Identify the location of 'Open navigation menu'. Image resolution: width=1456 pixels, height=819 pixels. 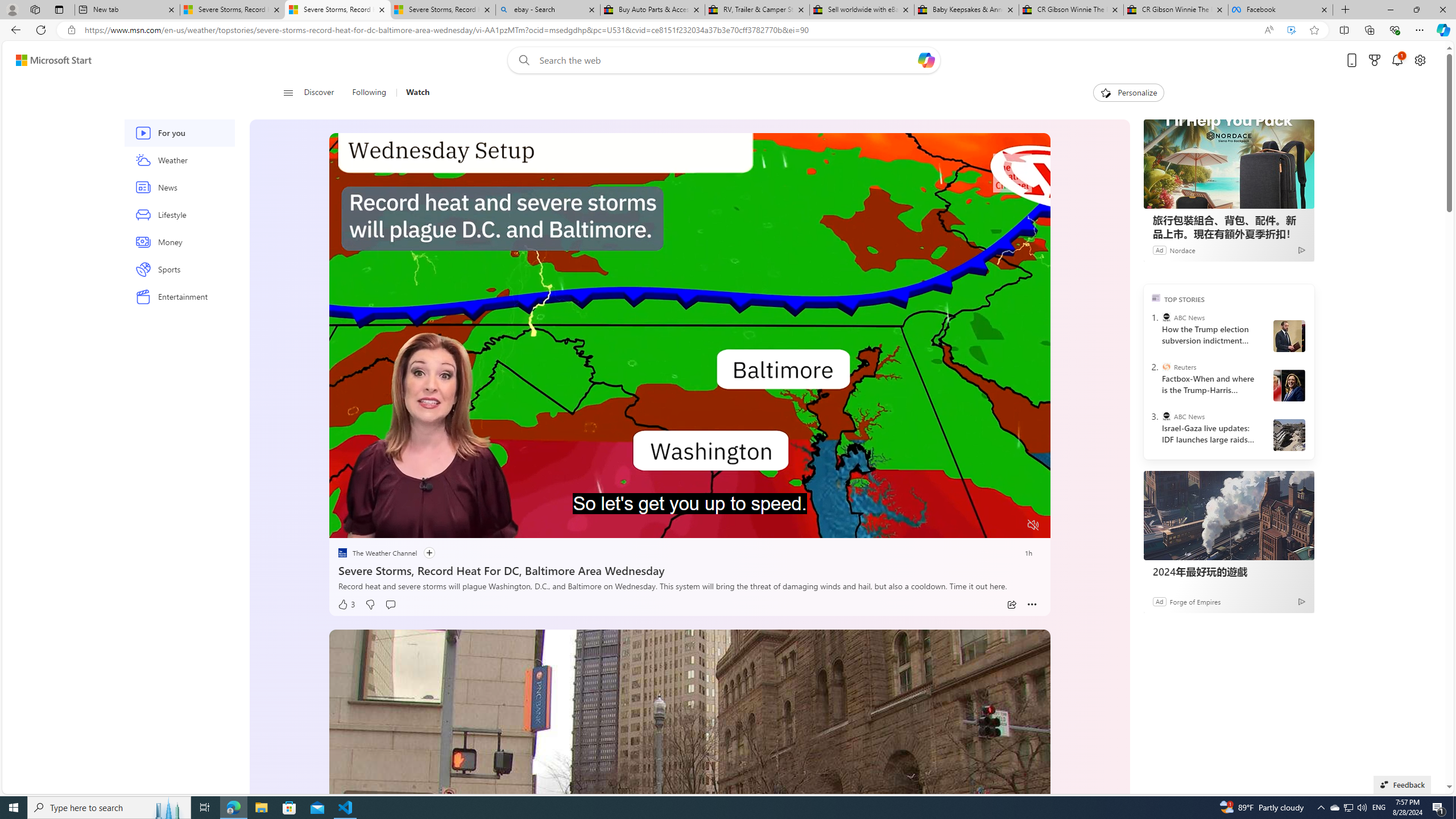
(287, 92).